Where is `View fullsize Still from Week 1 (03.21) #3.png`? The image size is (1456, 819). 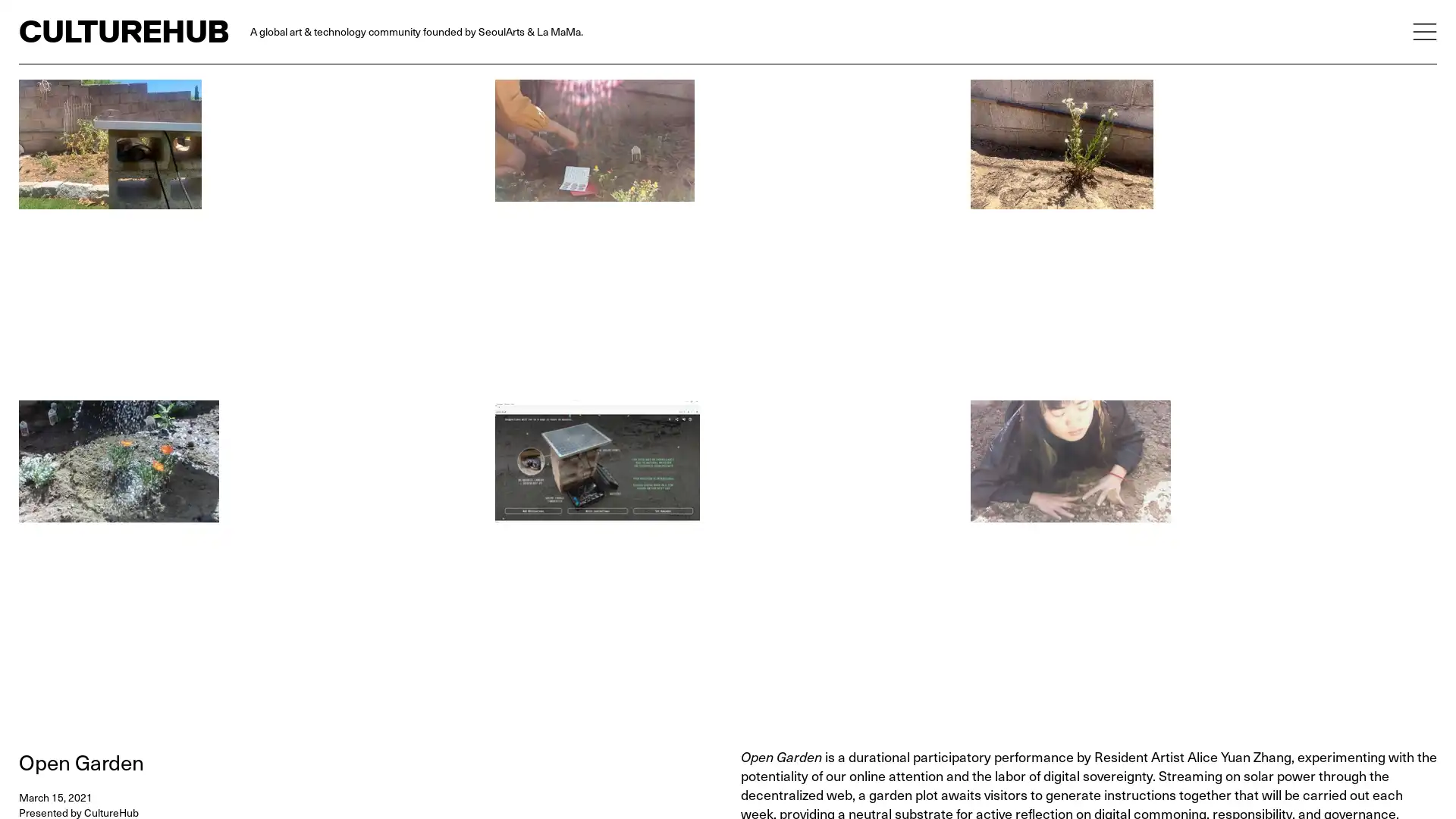
View fullsize Still from Week 1 (03.21) #3.png is located at coordinates (1203, 555).